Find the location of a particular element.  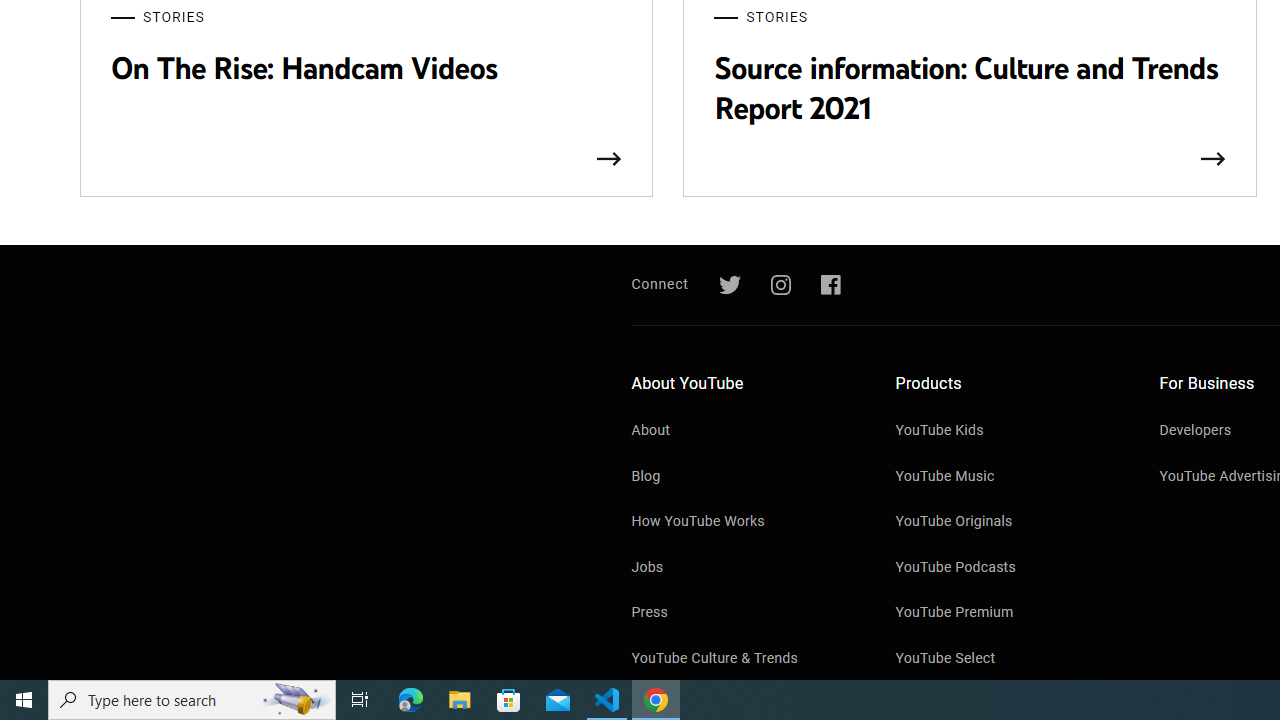

'Facebook' is located at coordinates (830, 285).